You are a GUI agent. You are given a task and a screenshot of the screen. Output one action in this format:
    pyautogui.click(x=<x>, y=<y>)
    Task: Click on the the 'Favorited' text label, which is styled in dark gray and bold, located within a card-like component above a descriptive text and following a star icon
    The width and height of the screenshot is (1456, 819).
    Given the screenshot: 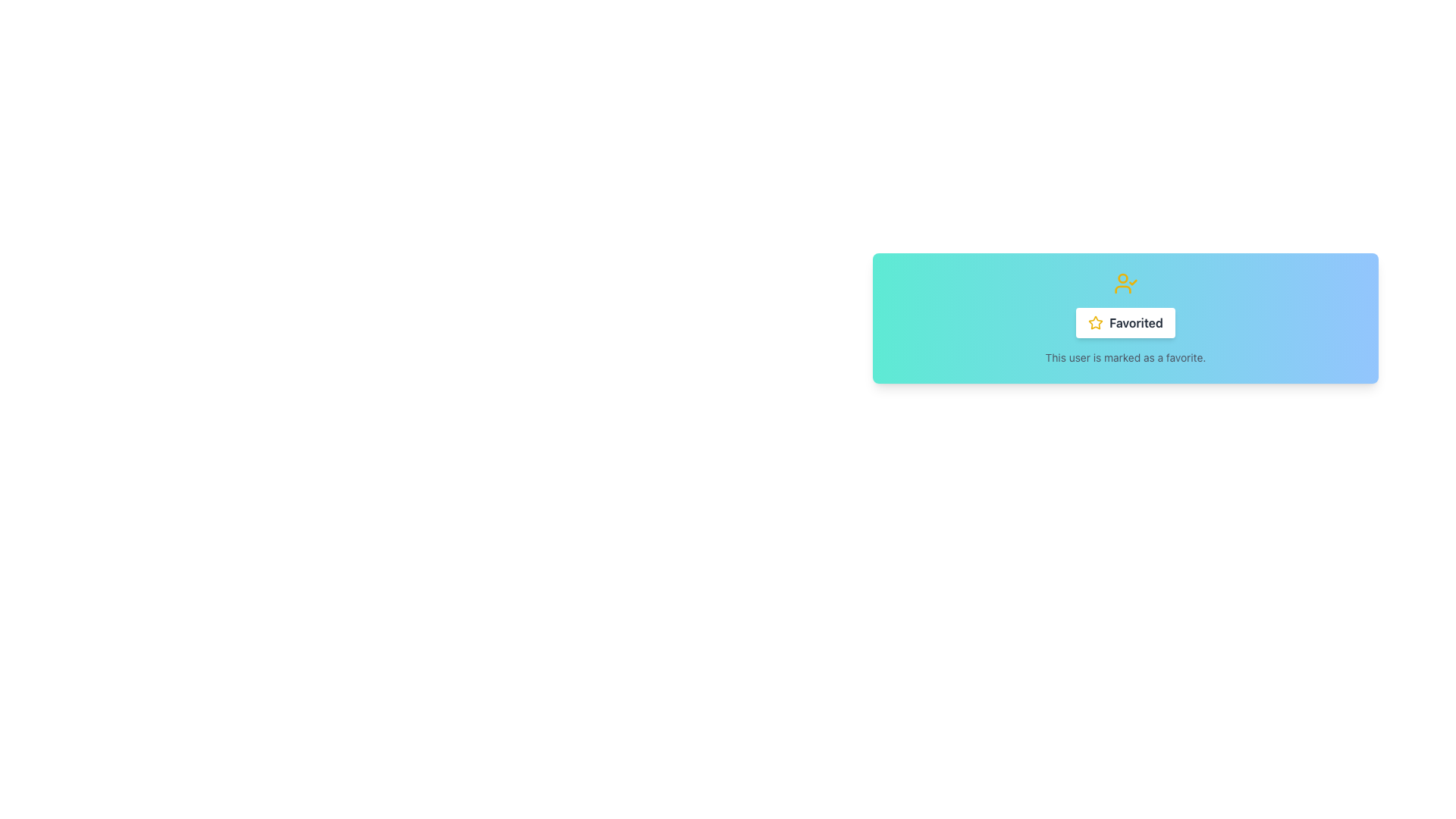 What is the action you would take?
    pyautogui.click(x=1136, y=322)
    